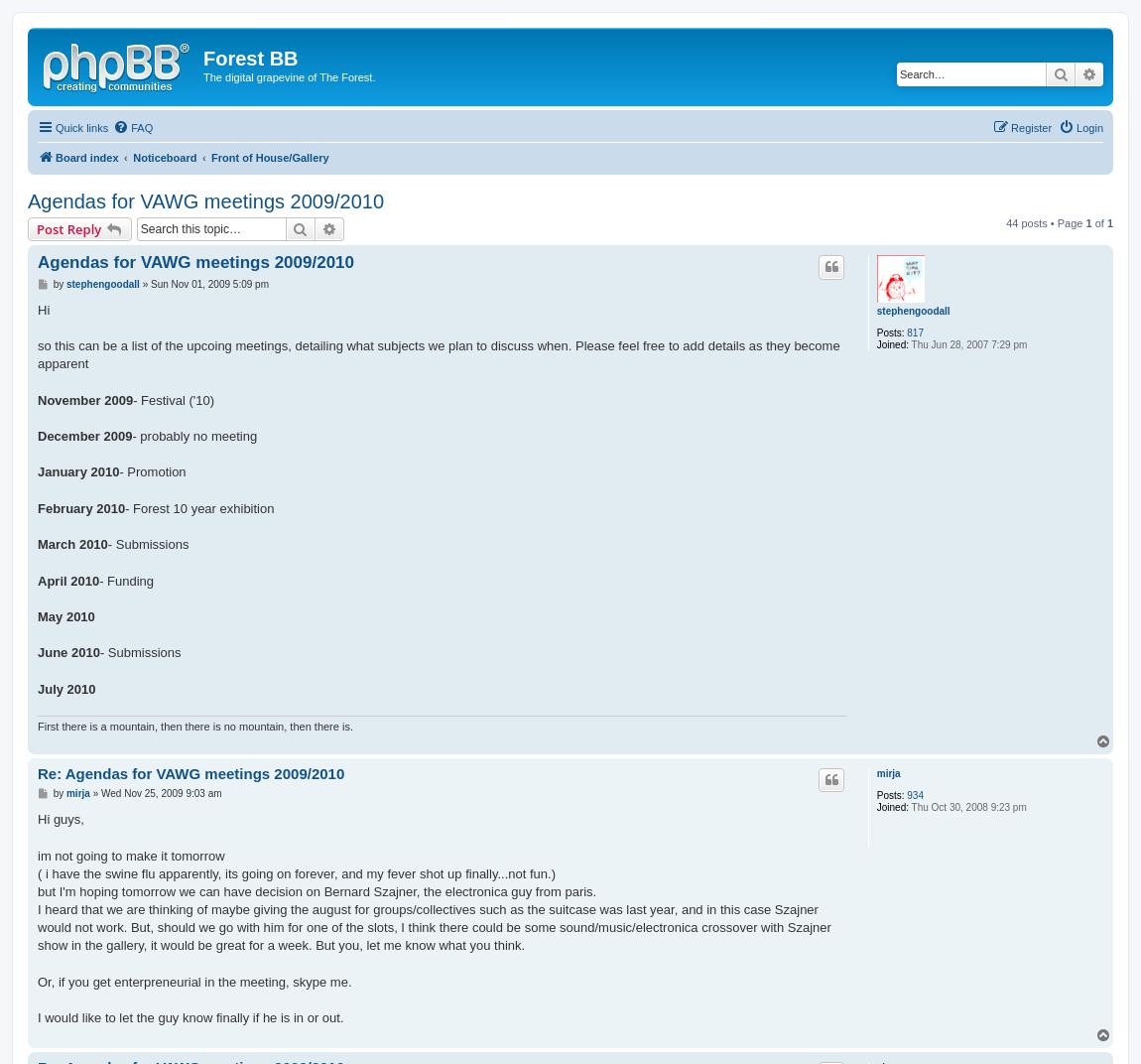  I want to click on 'Noticeboard', so click(131, 156).